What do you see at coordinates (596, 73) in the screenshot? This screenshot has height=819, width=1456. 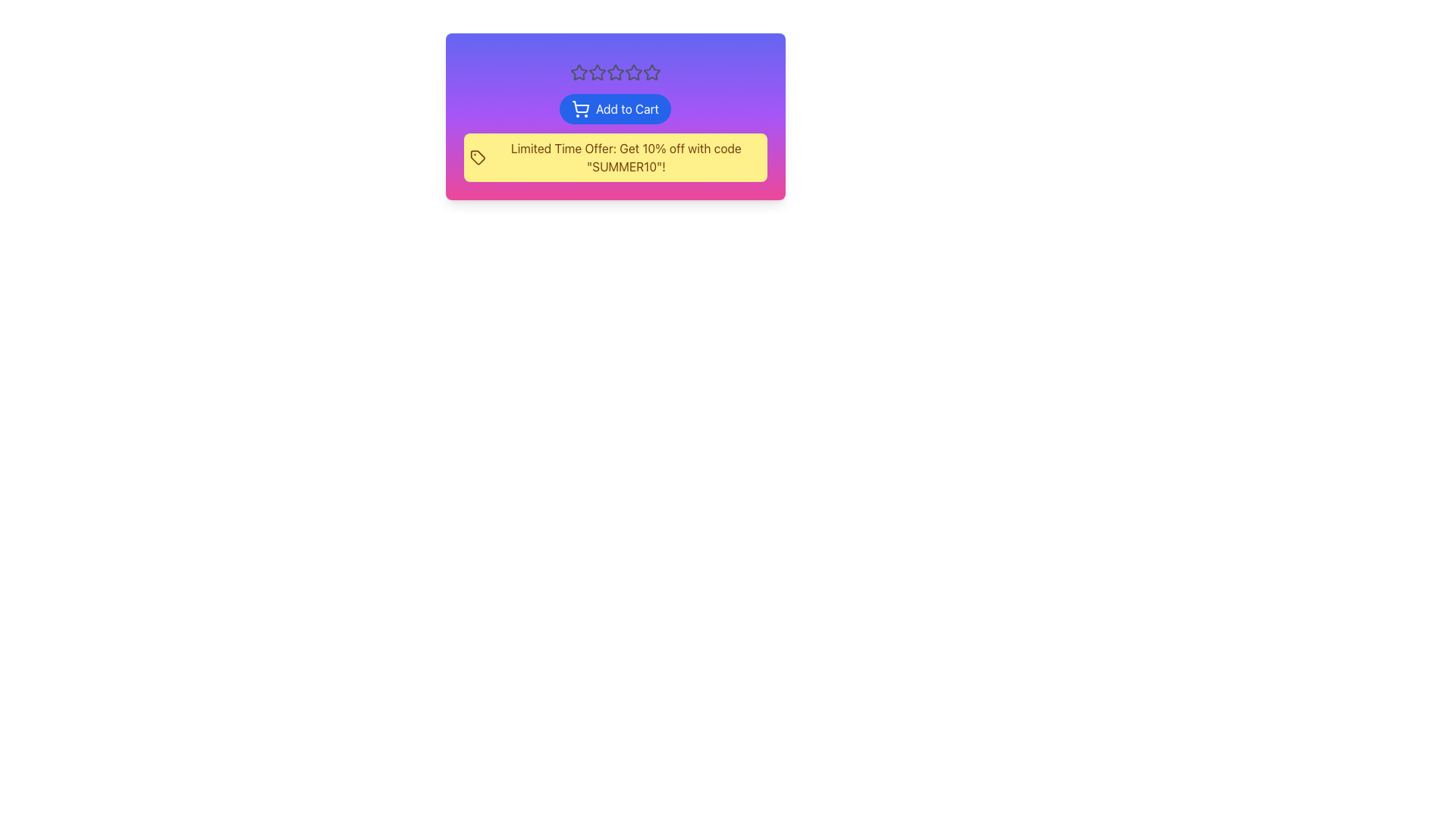 I see `the third star icon in the horizontal sequence of five stars` at bounding box center [596, 73].